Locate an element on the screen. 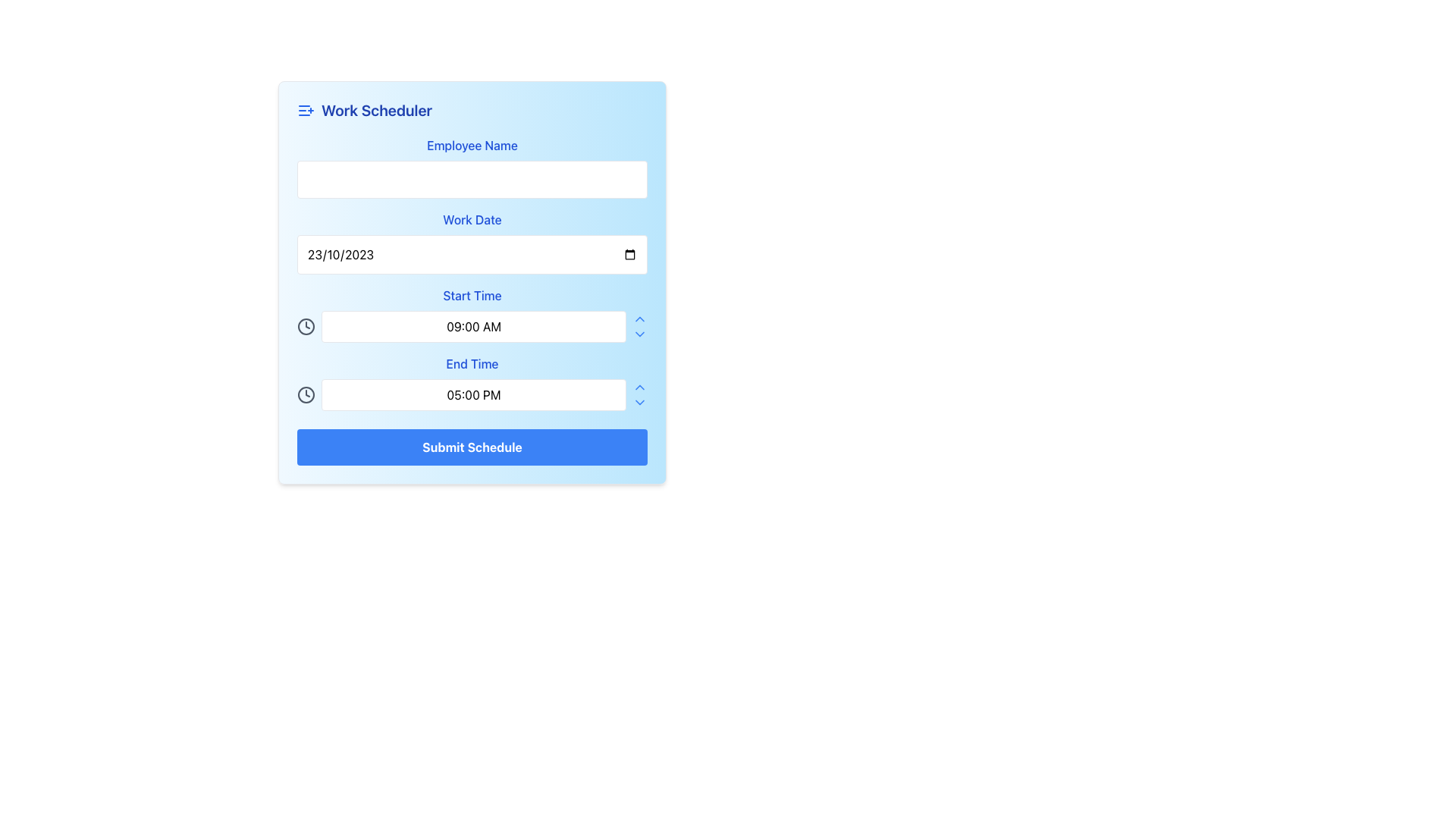 The image size is (1456, 819). the circular clock icon with a light outline located to the left of the 'Start Time' input field is located at coordinates (305, 326).